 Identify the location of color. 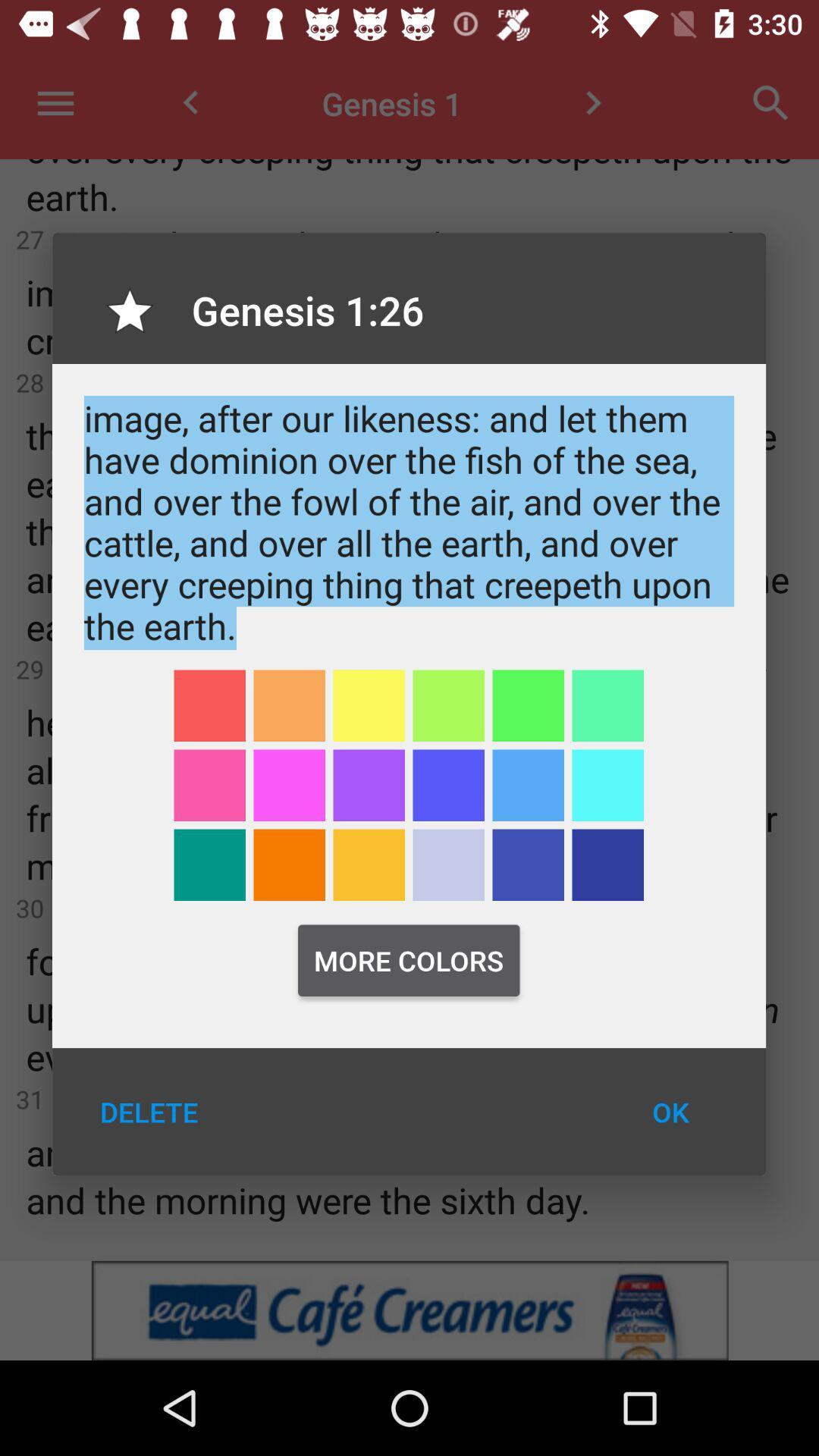
(447, 704).